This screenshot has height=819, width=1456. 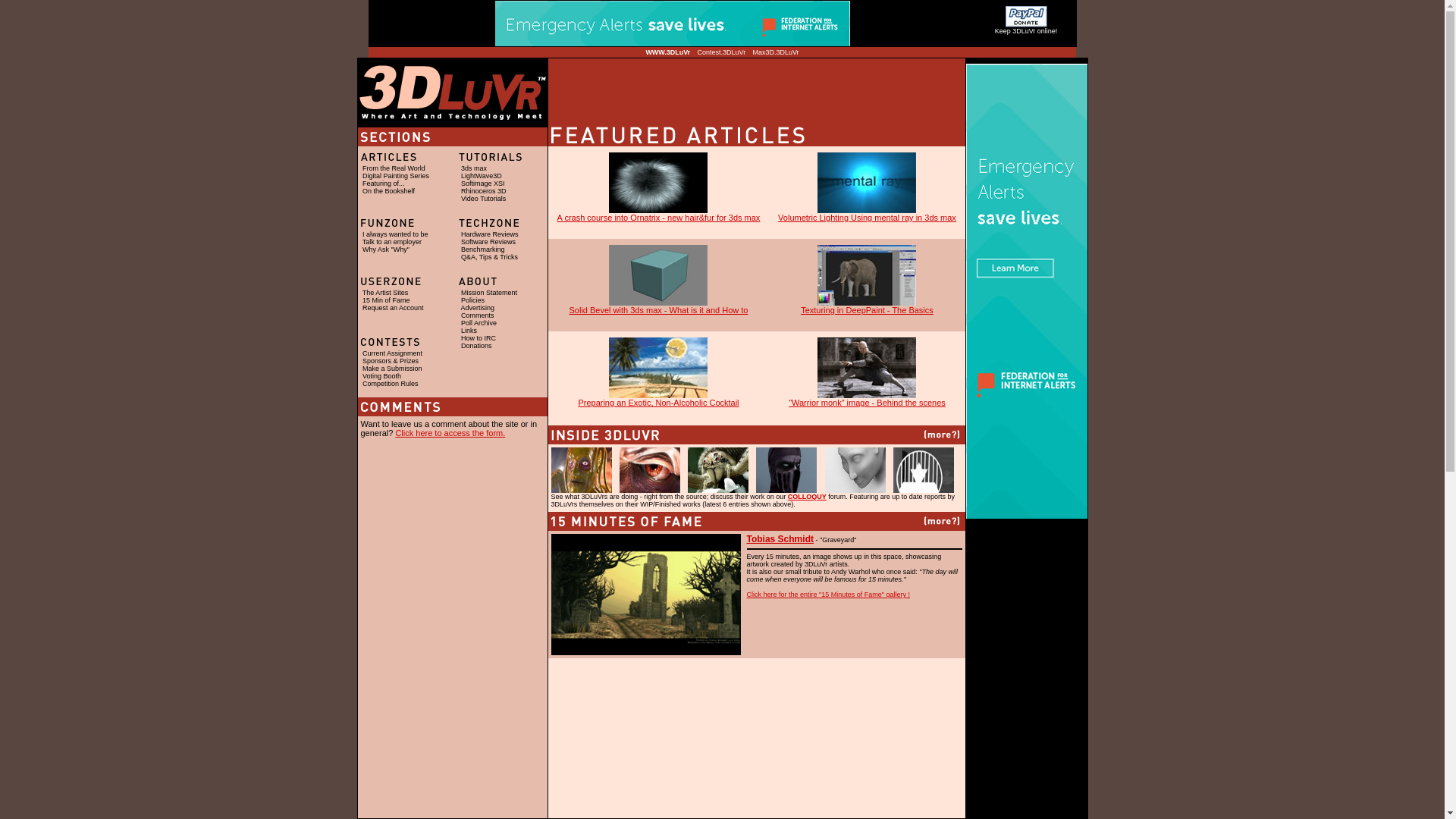 What do you see at coordinates (483, 190) in the screenshot?
I see `'Rhinoceros 3D'` at bounding box center [483, 190].